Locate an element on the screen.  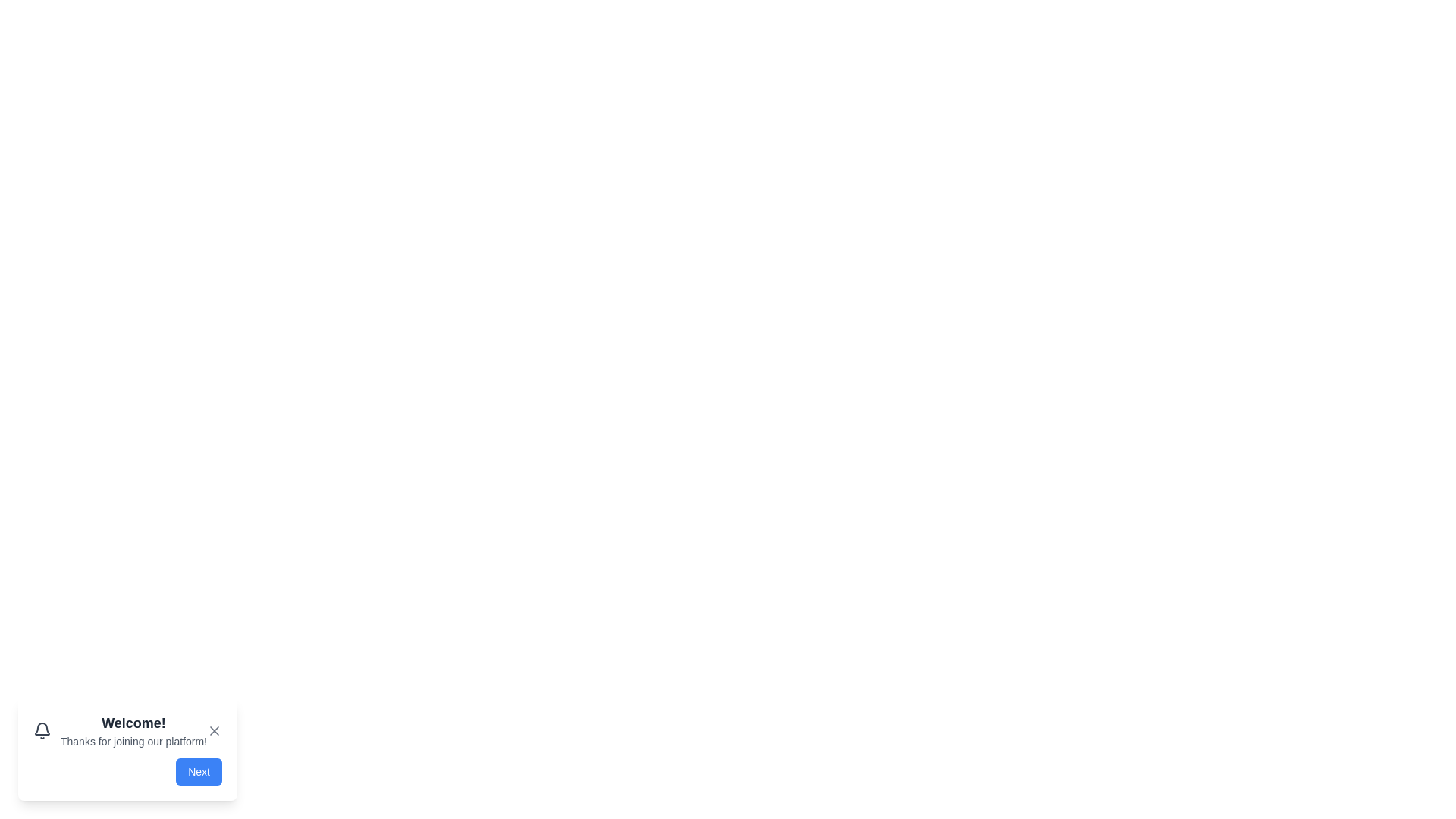
the 'Next' button to navigate to the next notification is located at coordinates (198, 772).